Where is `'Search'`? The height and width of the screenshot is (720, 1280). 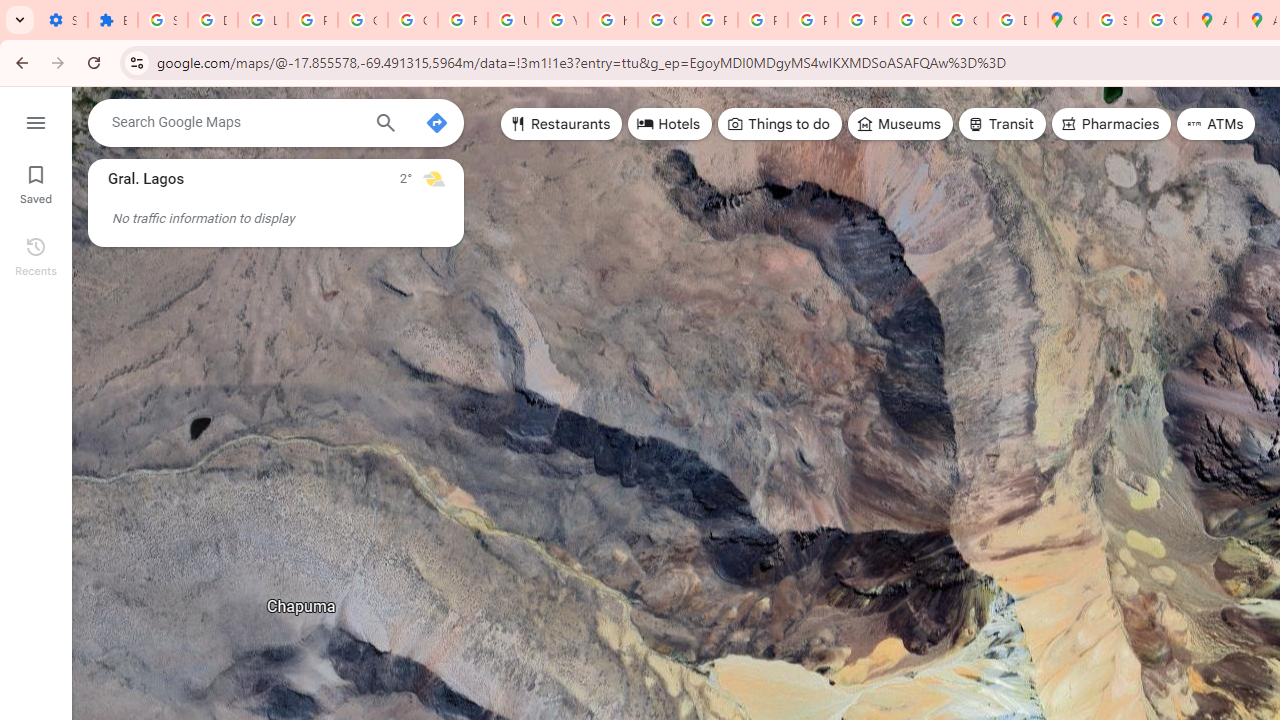
'Search' is located at coordinates (385, 125).